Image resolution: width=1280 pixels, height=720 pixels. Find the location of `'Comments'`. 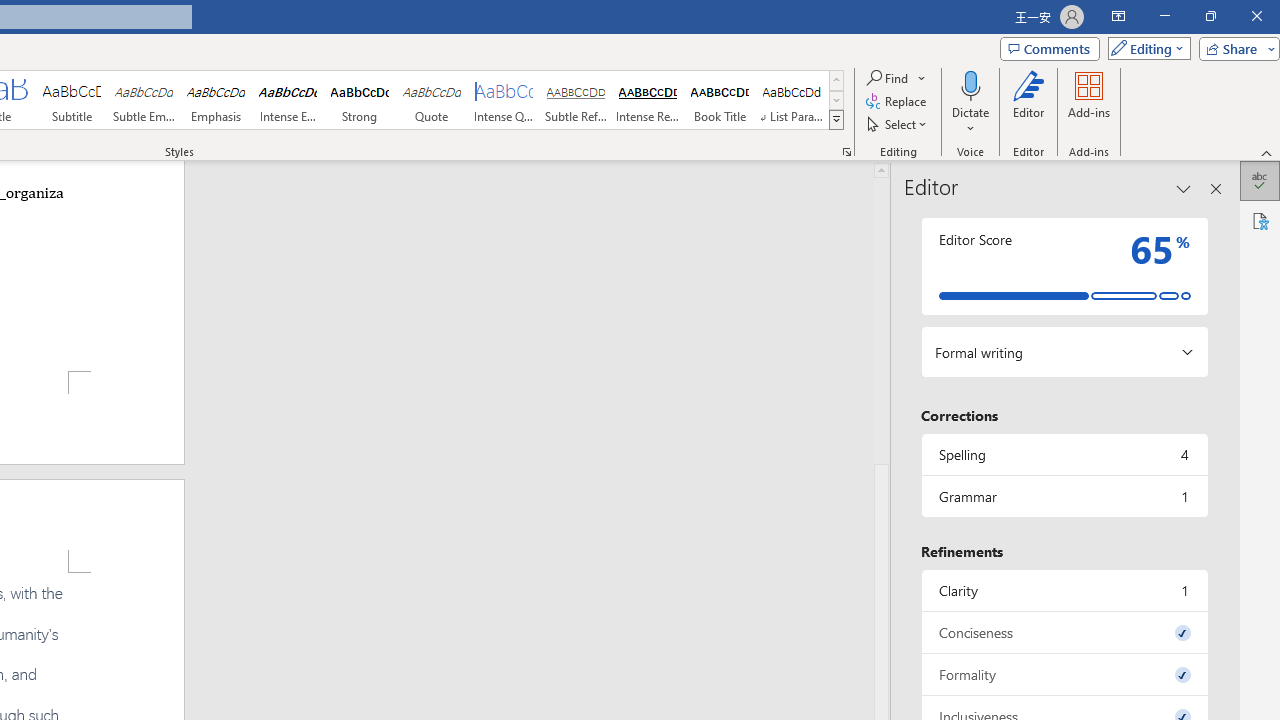

'Comments' is located at coordinates (1048, 47).